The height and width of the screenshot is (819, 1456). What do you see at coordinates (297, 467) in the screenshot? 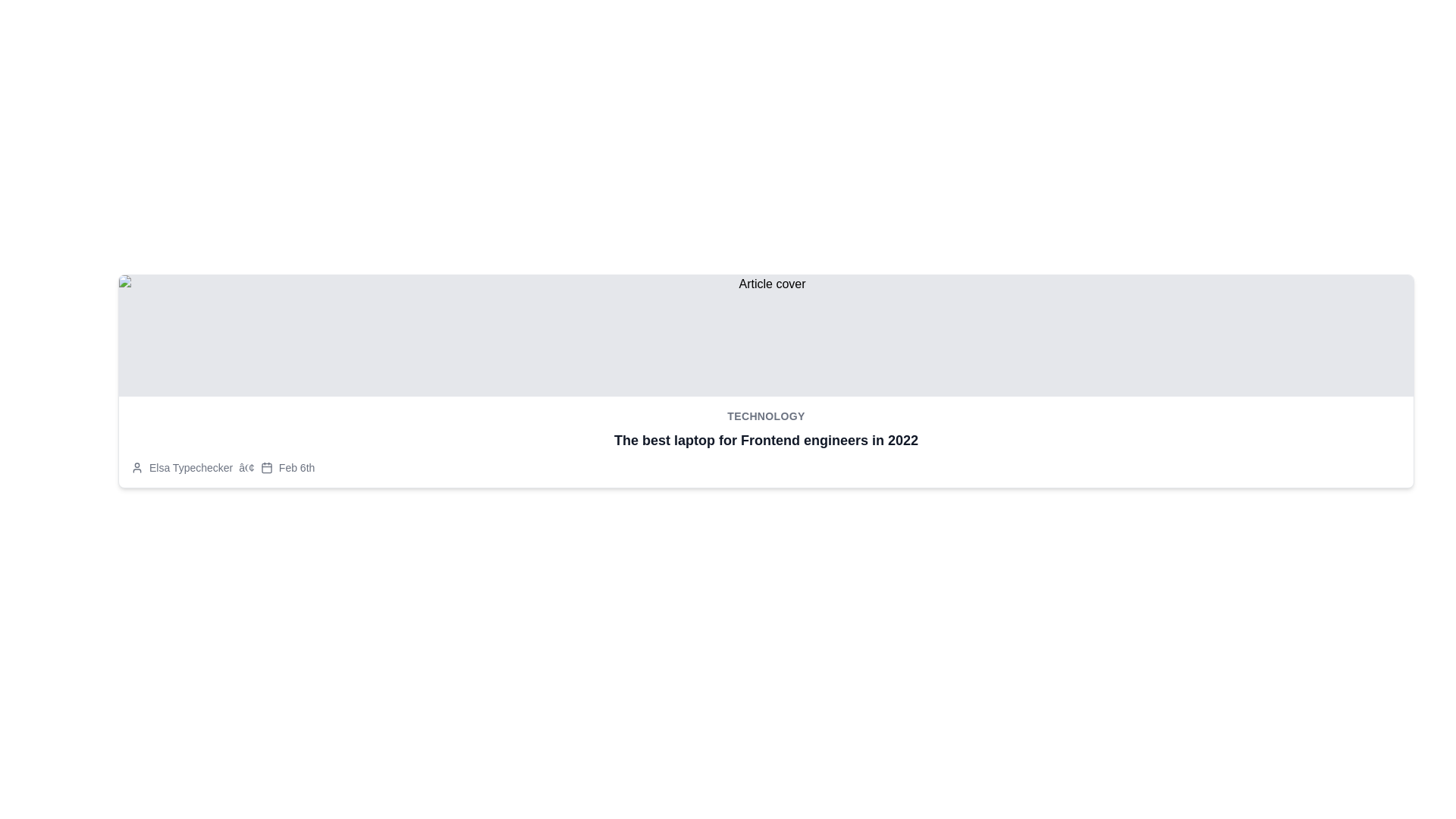
I see `timestamp text element located below the article title and image, positioned to the right of the calendar icon` at bounding box center [297, 467].